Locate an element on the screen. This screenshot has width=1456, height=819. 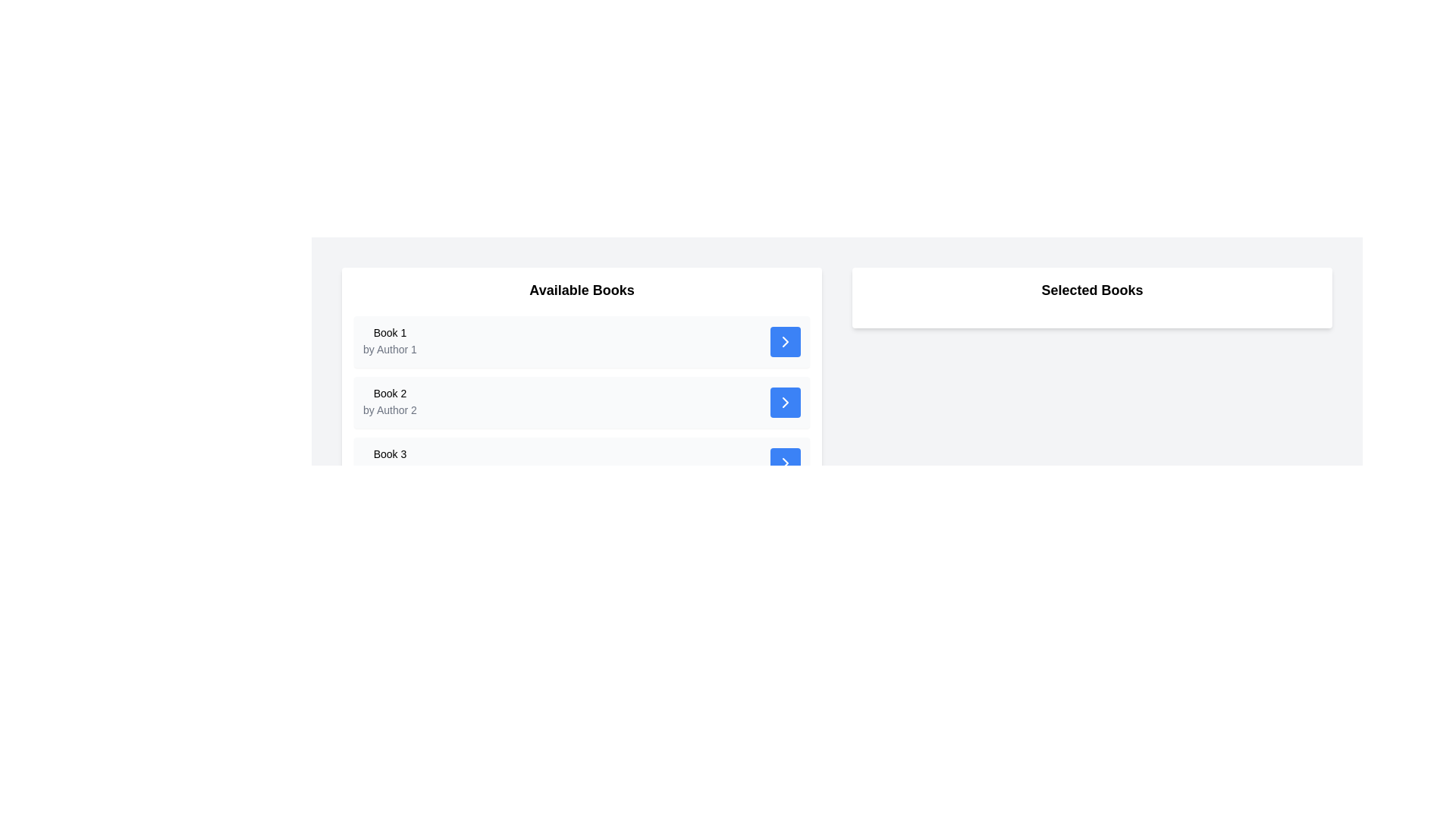
book's title 'Book 1' and author 'by Author 1' from the first card in the 'Available Books' section, which contains a blue button on the right side is located at coordinates (581, 342).